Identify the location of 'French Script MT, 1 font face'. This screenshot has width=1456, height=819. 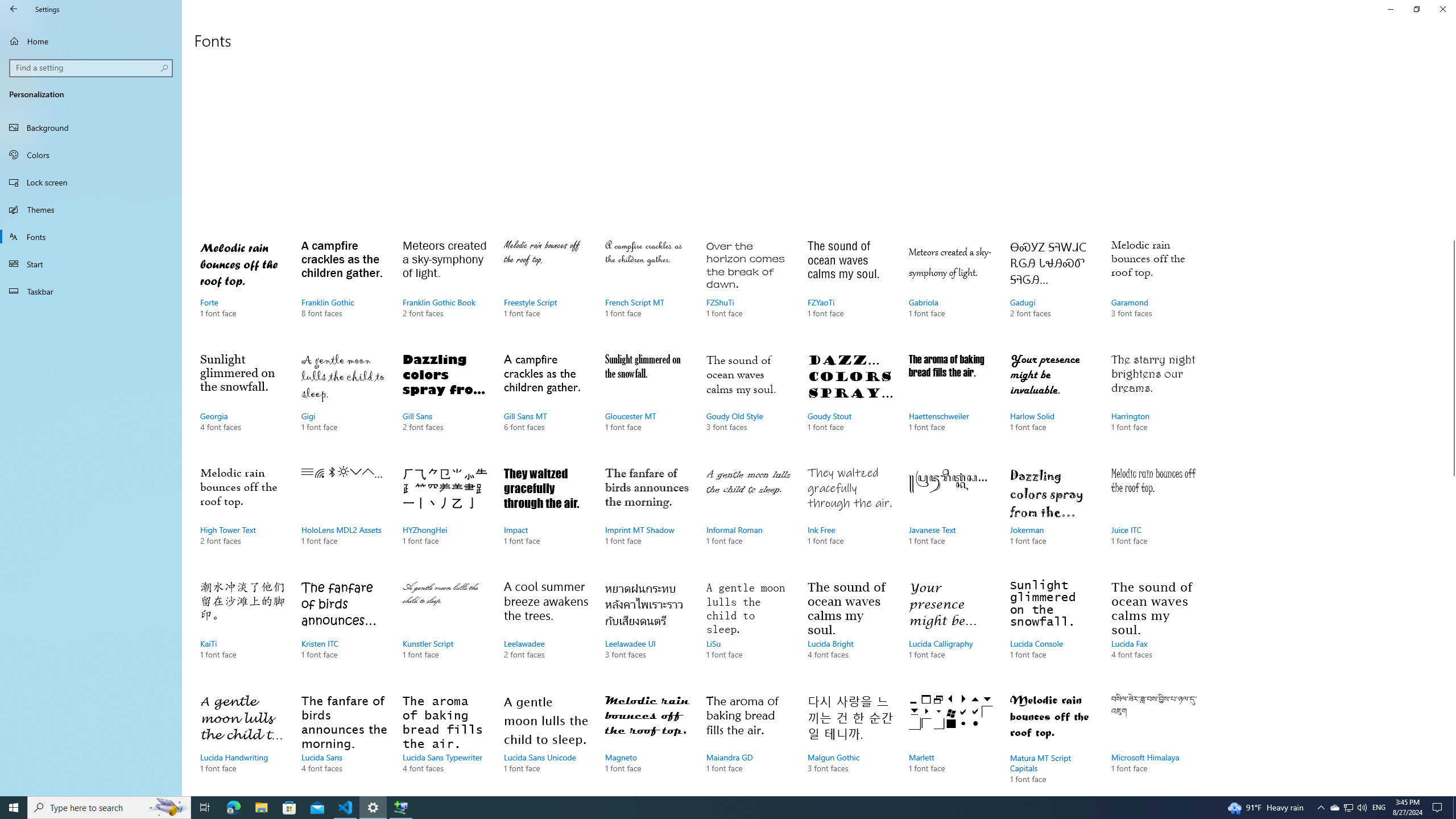
(647, 289).